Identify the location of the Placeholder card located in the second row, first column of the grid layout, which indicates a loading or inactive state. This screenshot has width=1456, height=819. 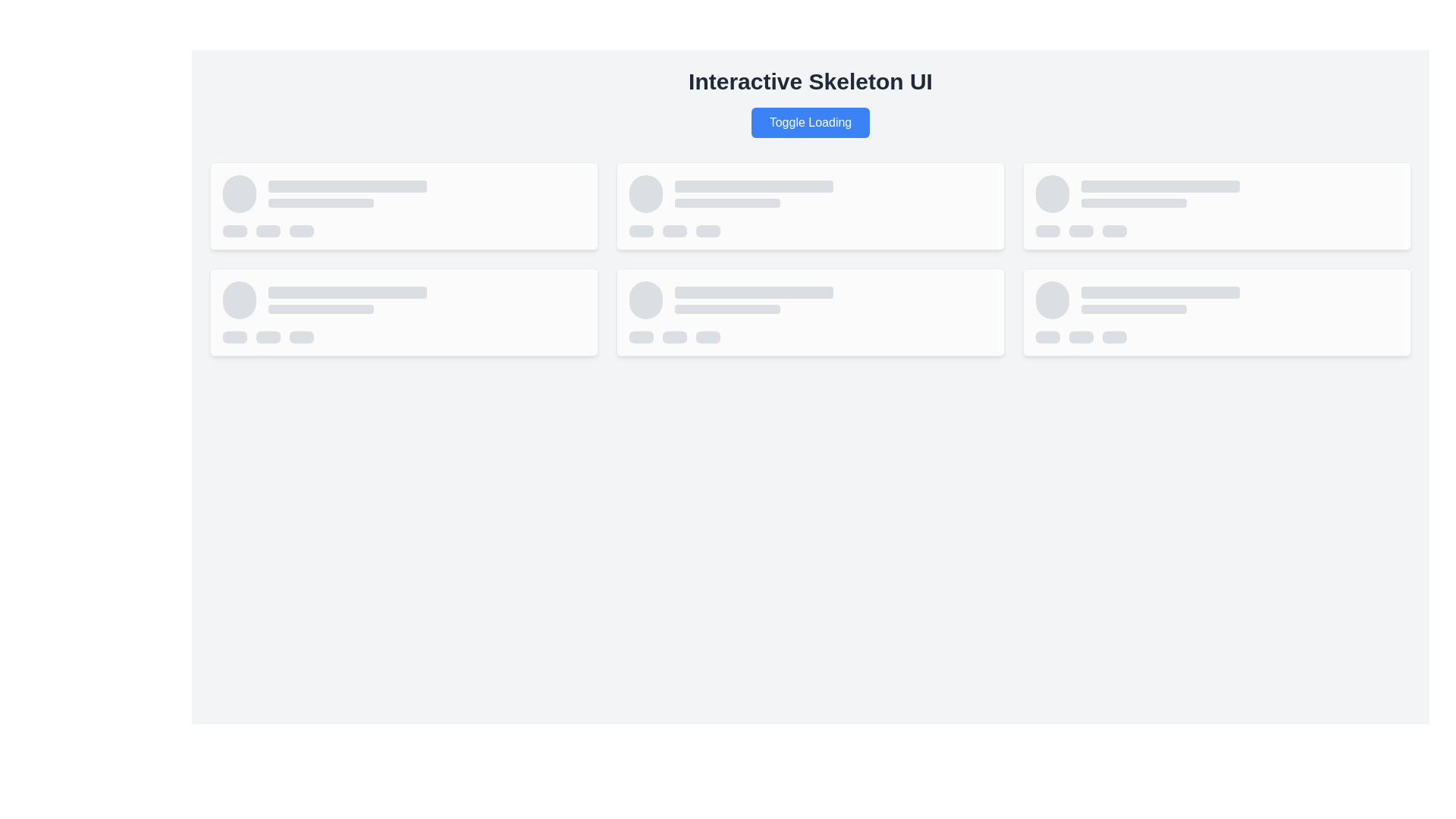
(403, 312).